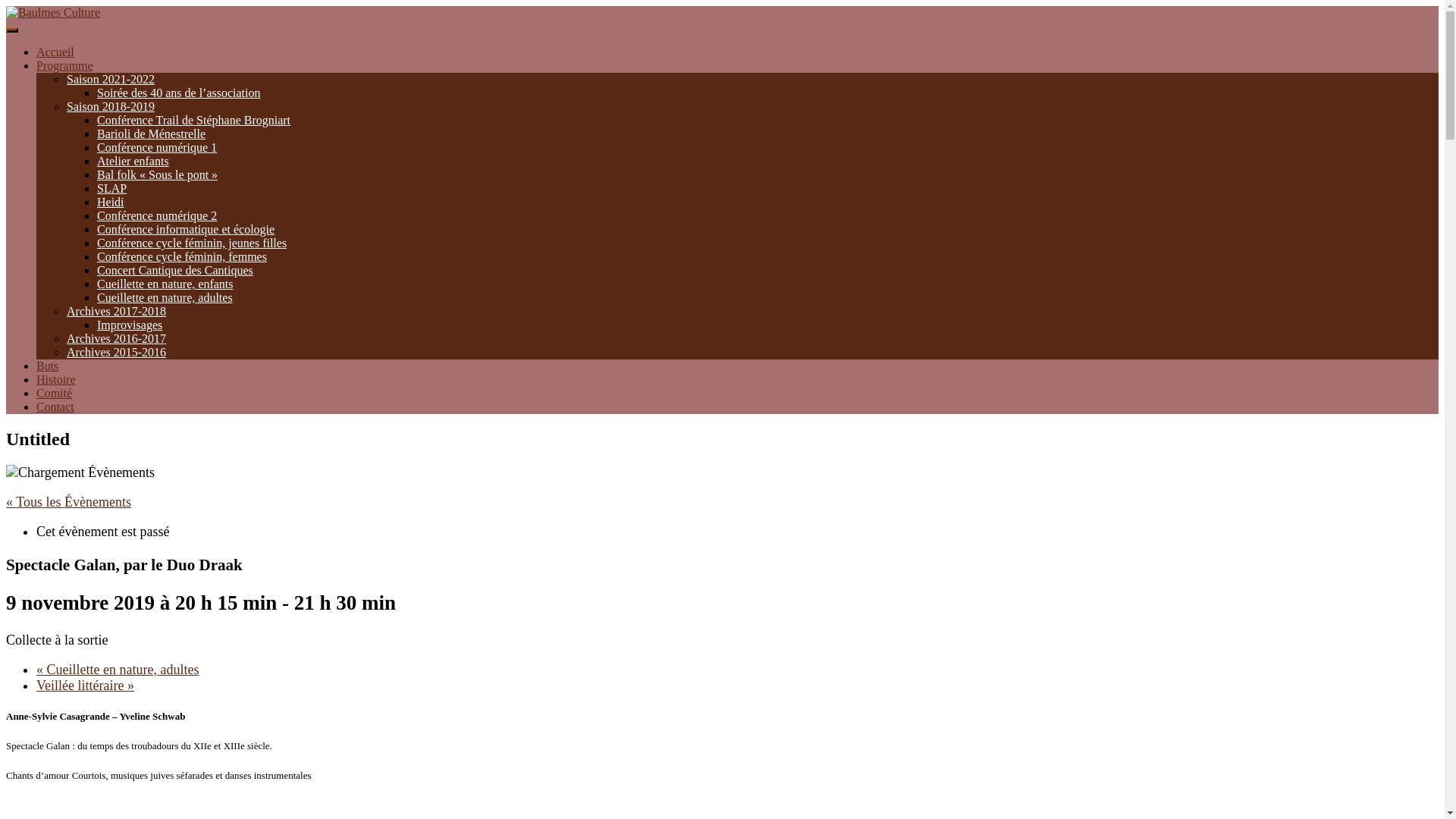 The image size is (1456, 819). Describe the element at coordinates (165, 284) in the screenshot. I see `'Cueillette en nature, enfants'` at that location.